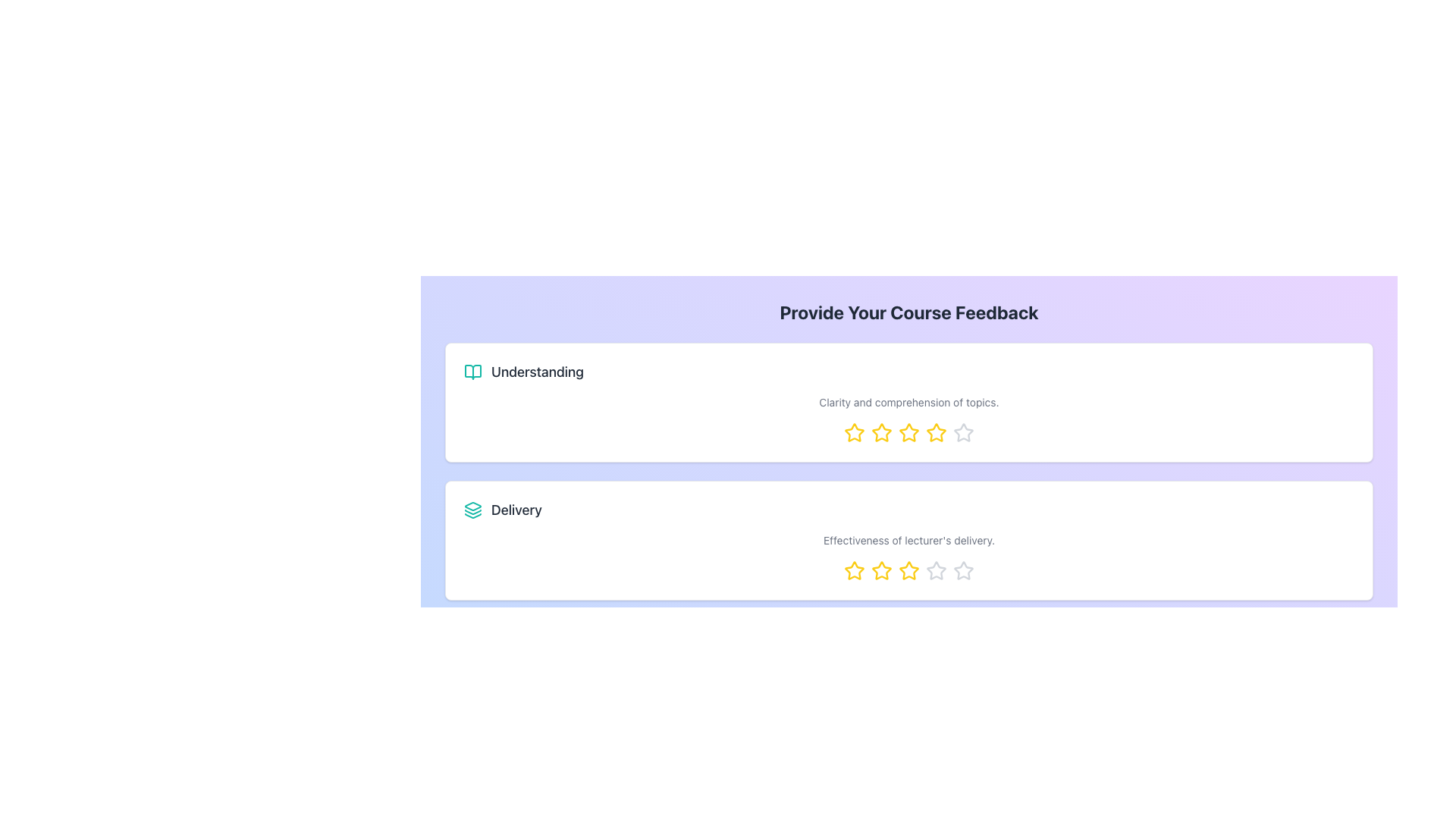  I want to click on the fifth star in the 5-star rating system under the 'Delivery' section, so click(963, 570).